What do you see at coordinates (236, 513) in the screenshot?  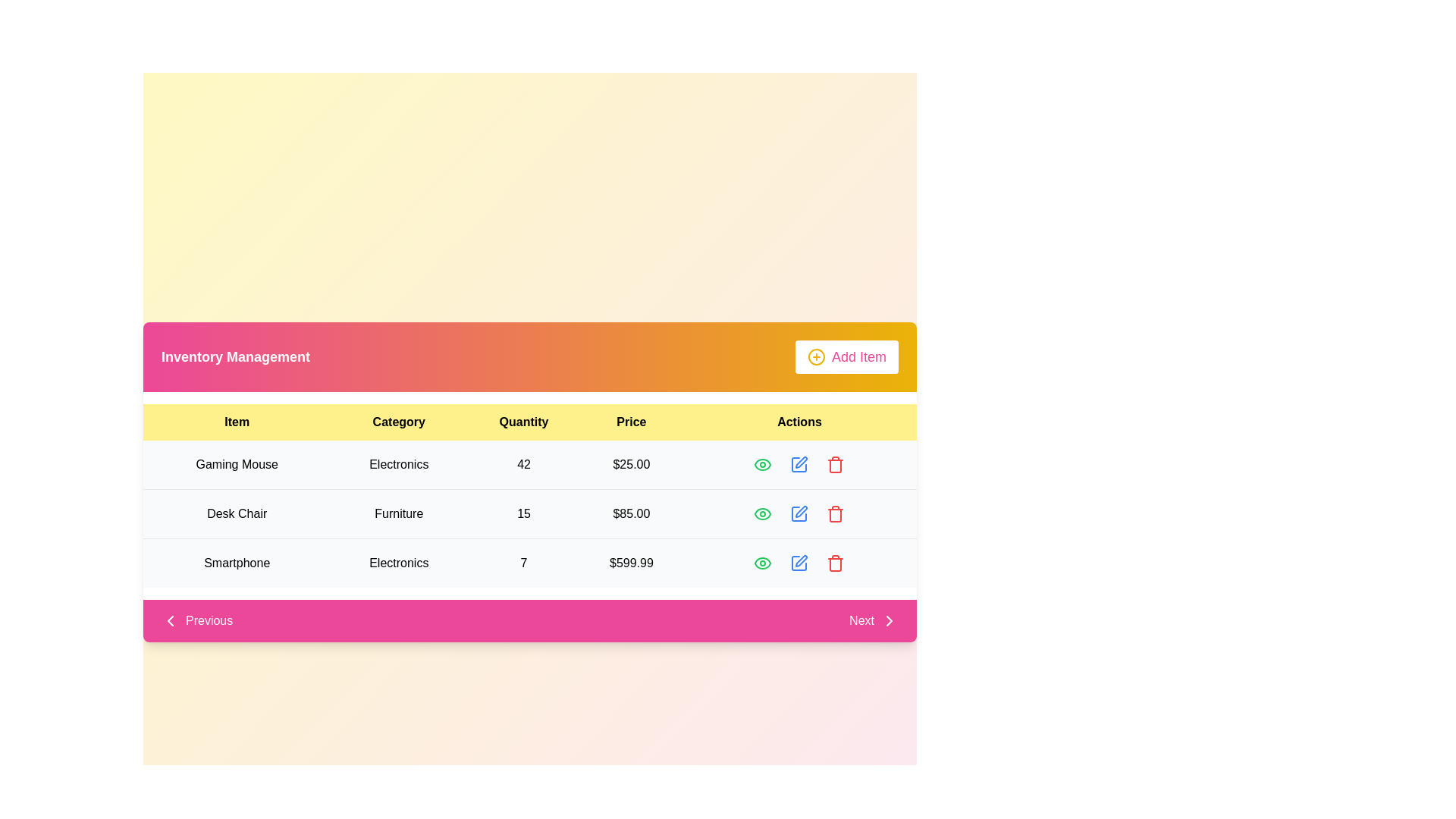 I see `the text label identifying the product name in the second row of the 'Item' column in the table` at bounding box center [236, 513].